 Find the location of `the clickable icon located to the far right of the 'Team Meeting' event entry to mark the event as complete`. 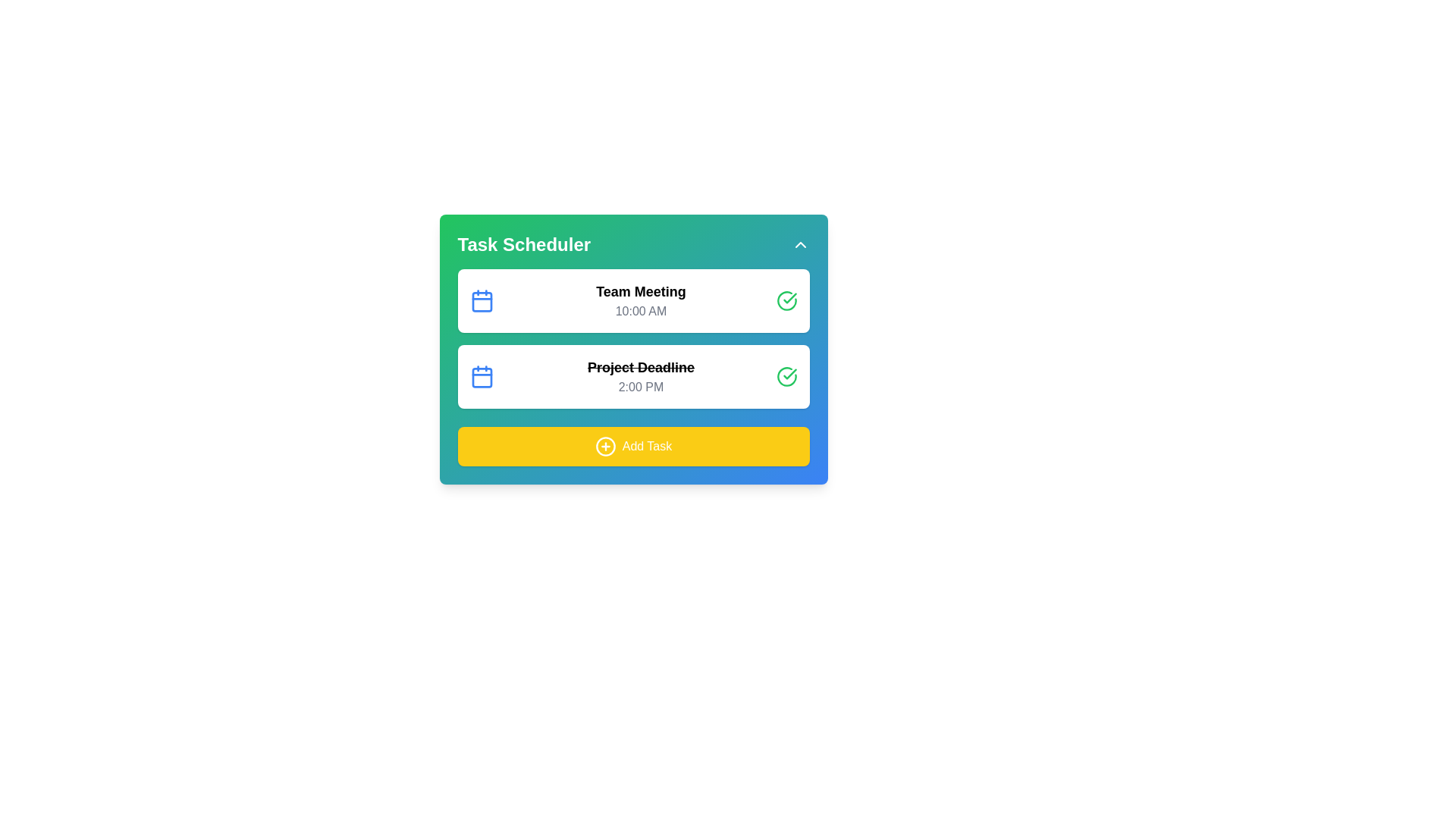

the clickable icon located to the far right of the 'Team Meeting' event entry to mark the event as complete is located at coordinates (786, 301).